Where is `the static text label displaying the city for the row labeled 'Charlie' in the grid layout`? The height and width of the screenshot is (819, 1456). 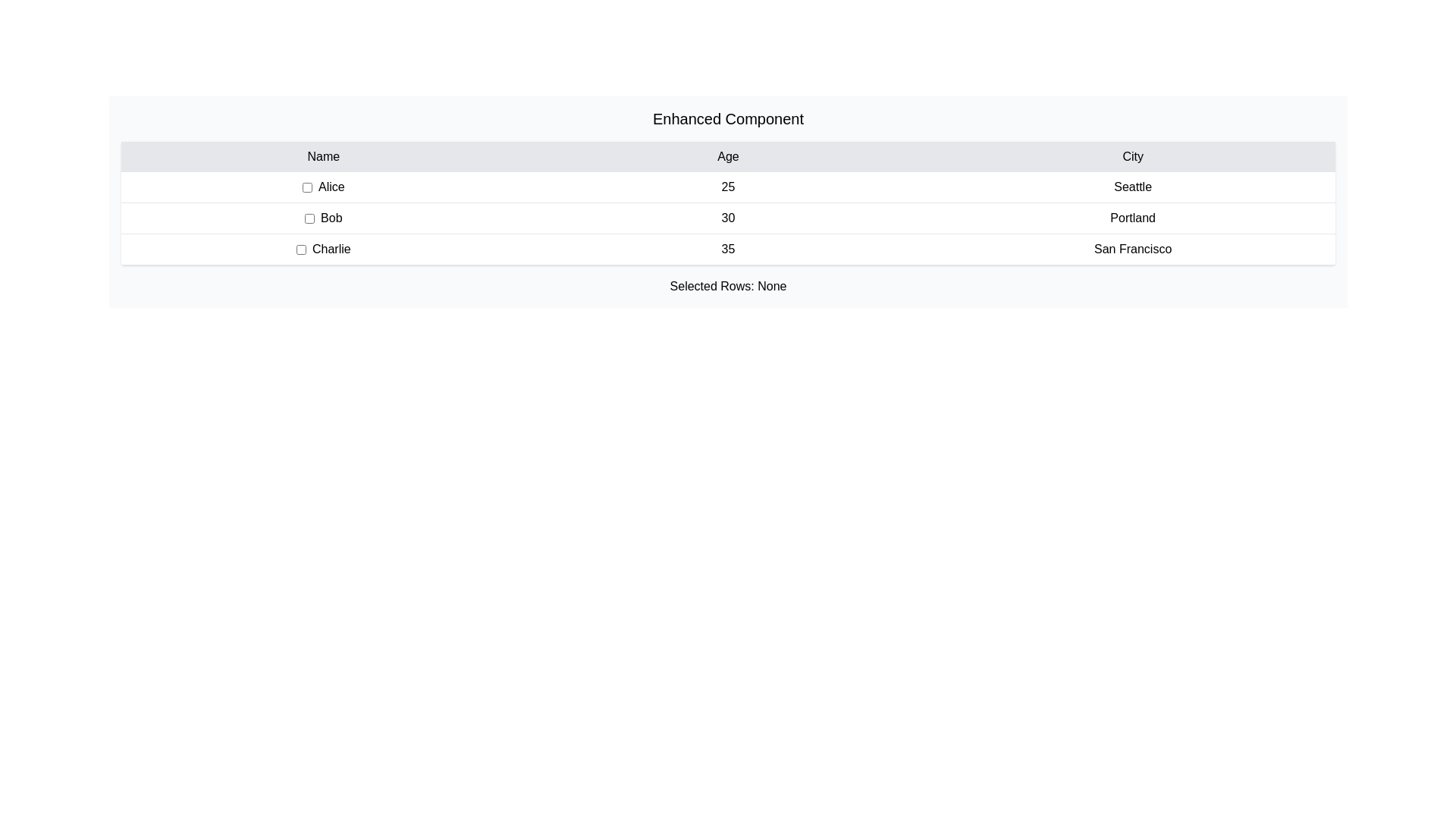
the static text label displaying the city for the row labeled 'Charlie' in the grid layout is located at coordinates (1133, 248).